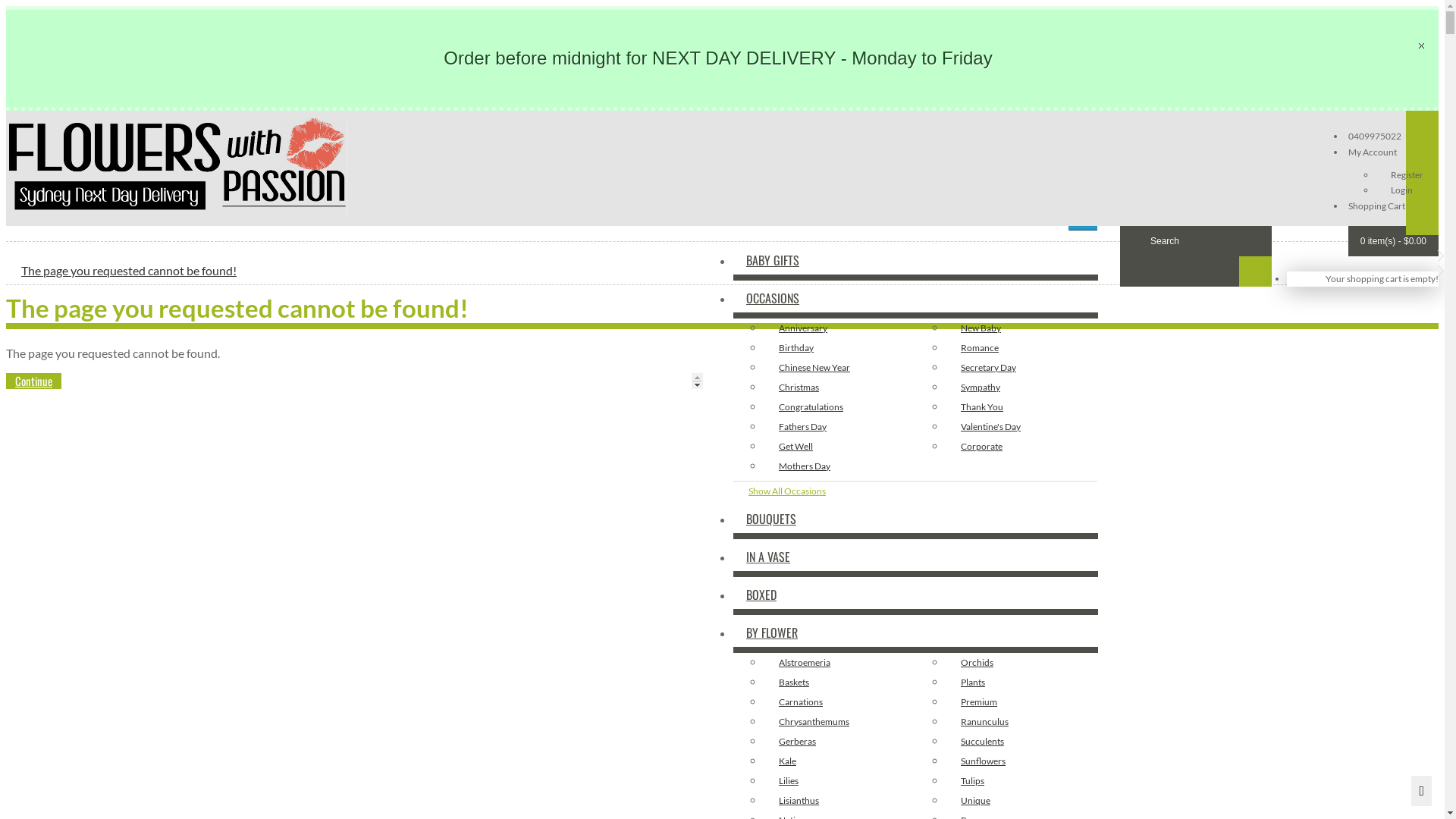  What do you see at coordinates (1345, 151) in the screenshot?
I see `'My Account'` at bounding box center [1345, 151].